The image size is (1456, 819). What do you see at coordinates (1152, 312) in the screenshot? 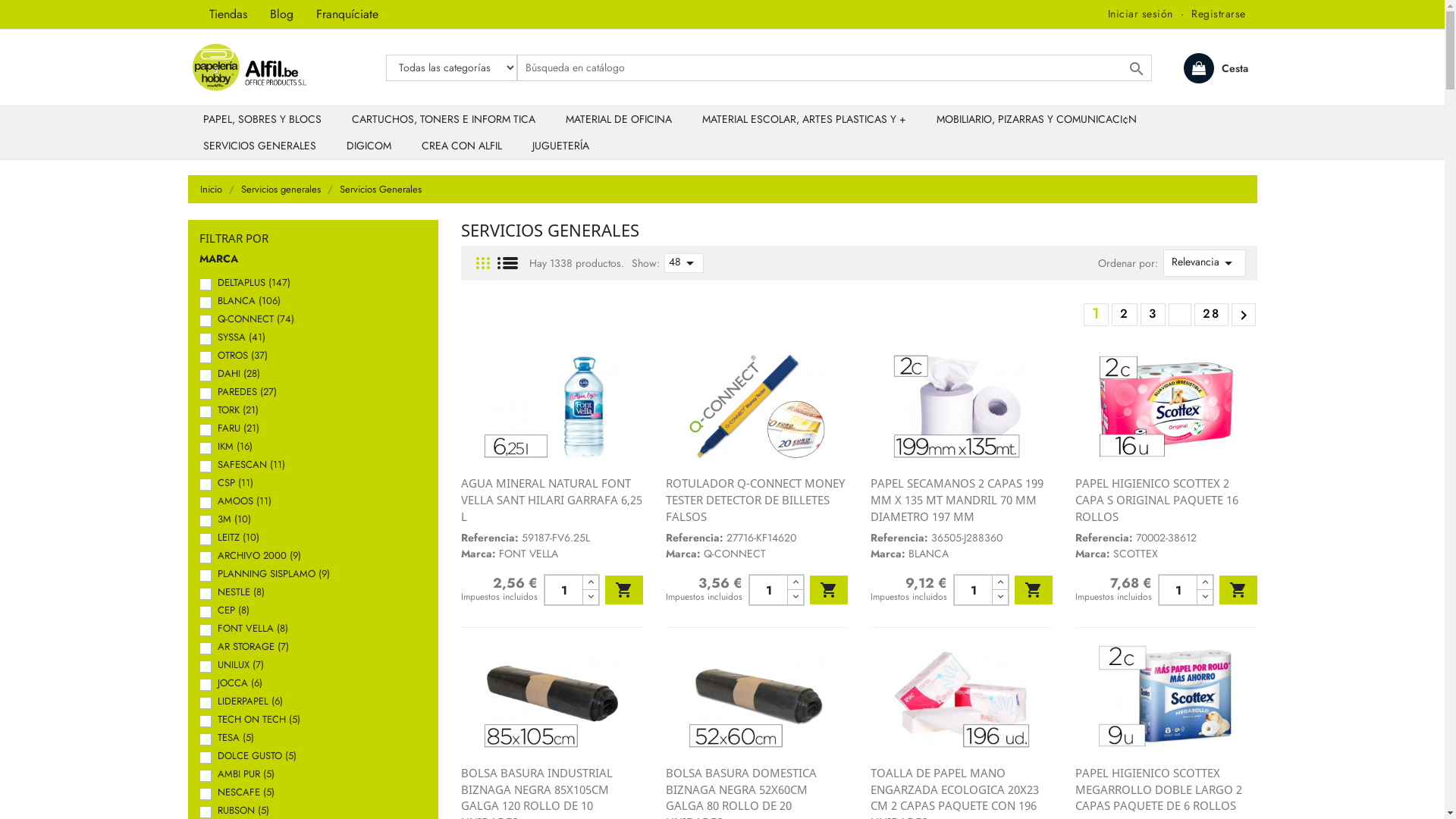
I see `'3'` at bounding box center [1152, 312].